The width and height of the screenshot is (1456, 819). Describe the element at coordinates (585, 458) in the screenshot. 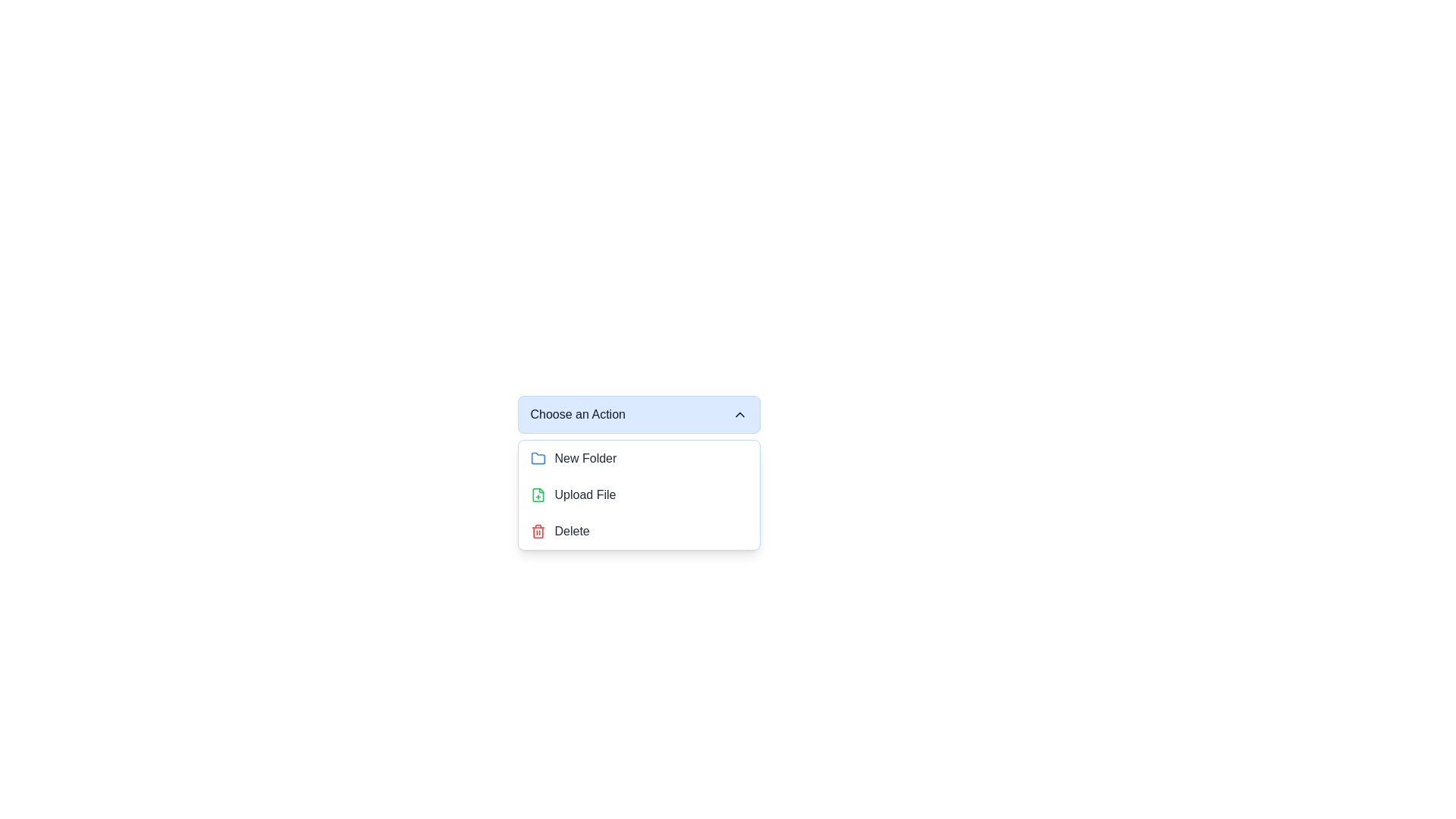

I see `the 'New Folder' text label, which is a gray medium-sized font label located next to a blue folder icon in a dropdown menu` at that location.